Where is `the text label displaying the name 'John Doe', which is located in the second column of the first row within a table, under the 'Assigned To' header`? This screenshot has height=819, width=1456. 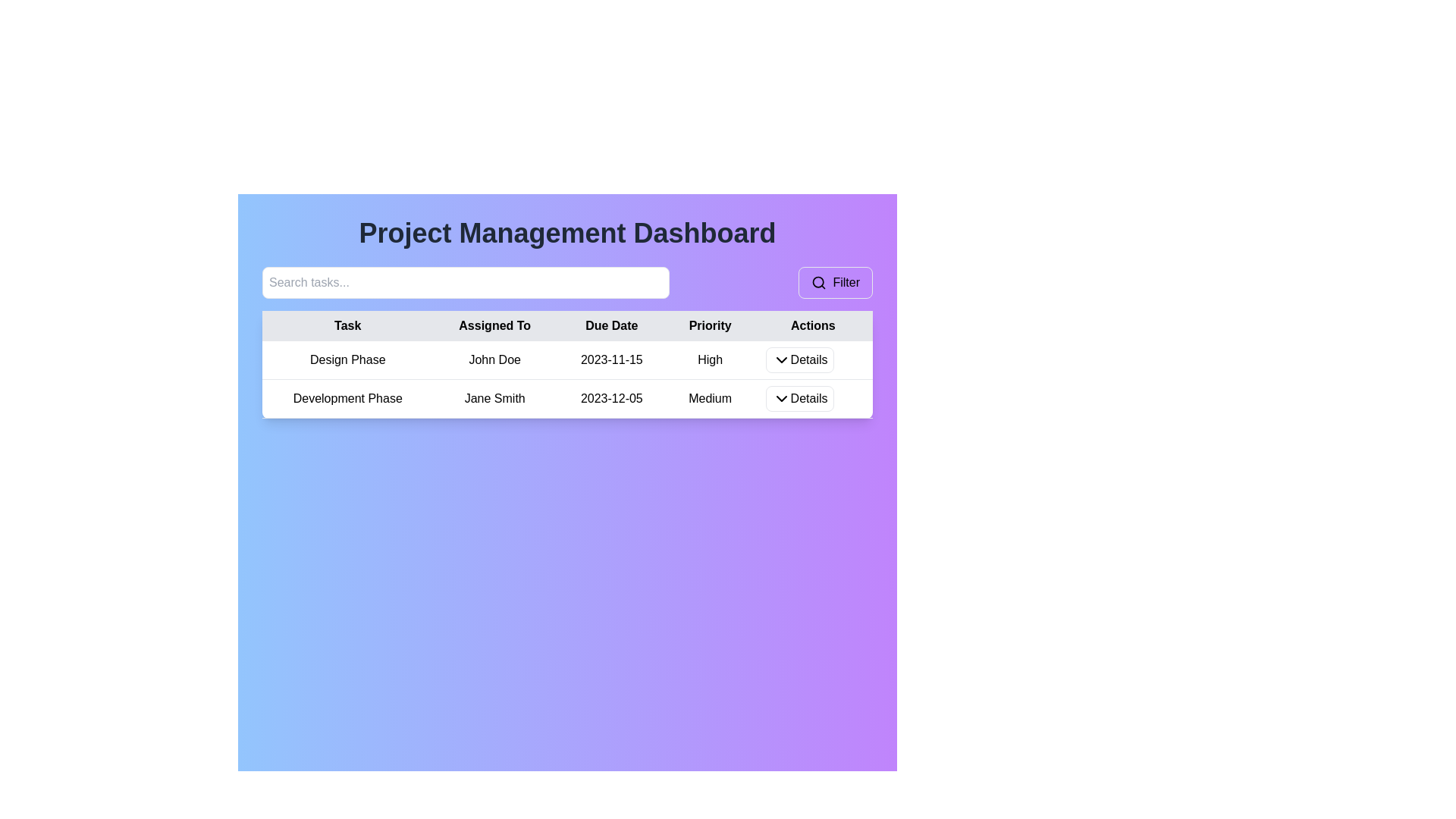 the text label displaying the name 'John Doe', which is located in the second column of the first row within a table, under the 'Assigned To' header is located at coordinates (494, 360).